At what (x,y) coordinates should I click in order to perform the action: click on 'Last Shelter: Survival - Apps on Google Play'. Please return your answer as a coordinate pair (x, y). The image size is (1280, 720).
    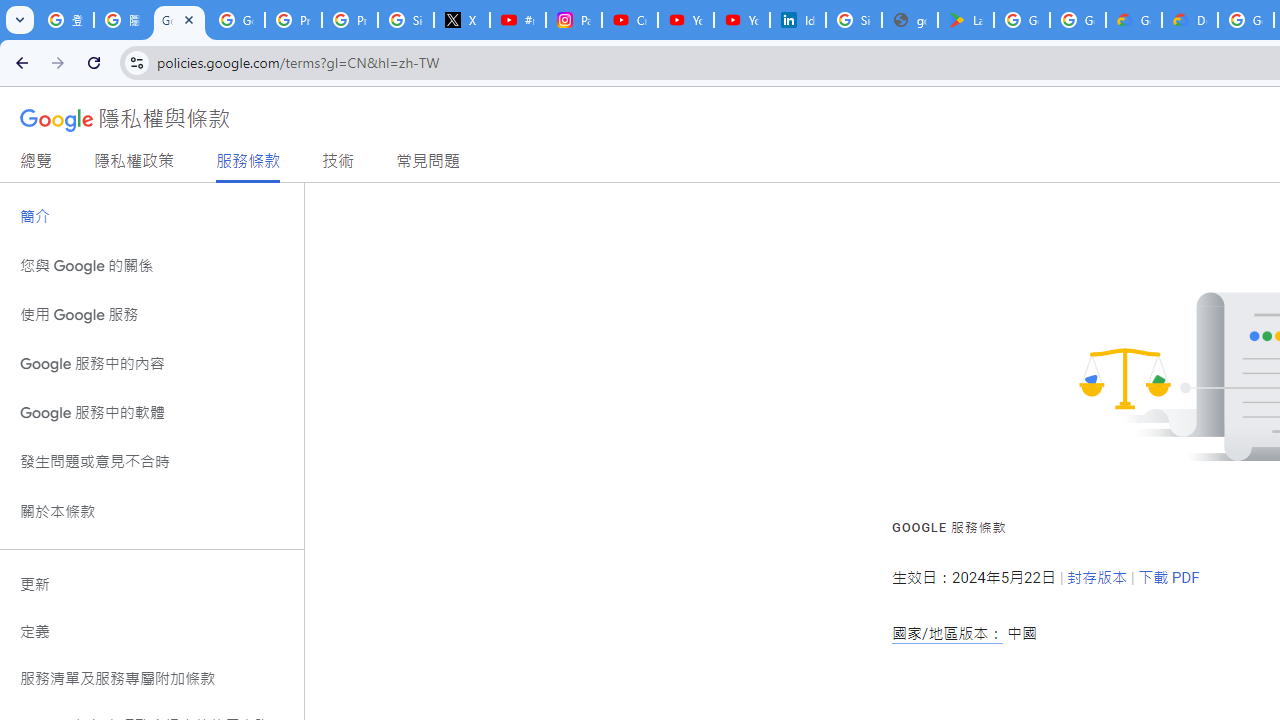
    Looking at the image, I should click on (966, 20).